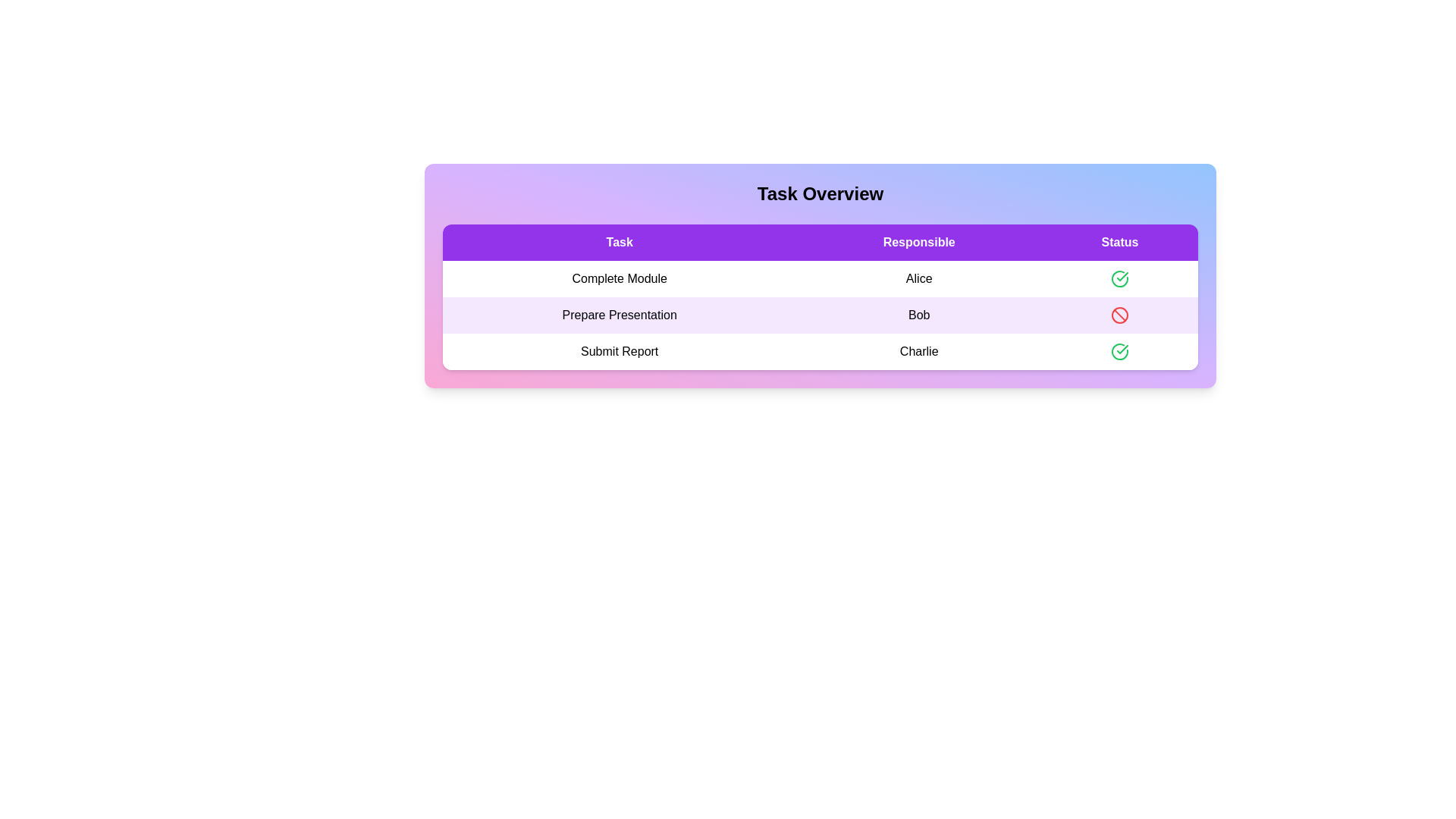 The width and height of the screenshot is (1456, 819). Describe the element at coordinates (918, 351) in the screenshot. I see `the static text label displaying 'Charlie', which indicates the responsible person for the 'Submit Report' task` at that location.